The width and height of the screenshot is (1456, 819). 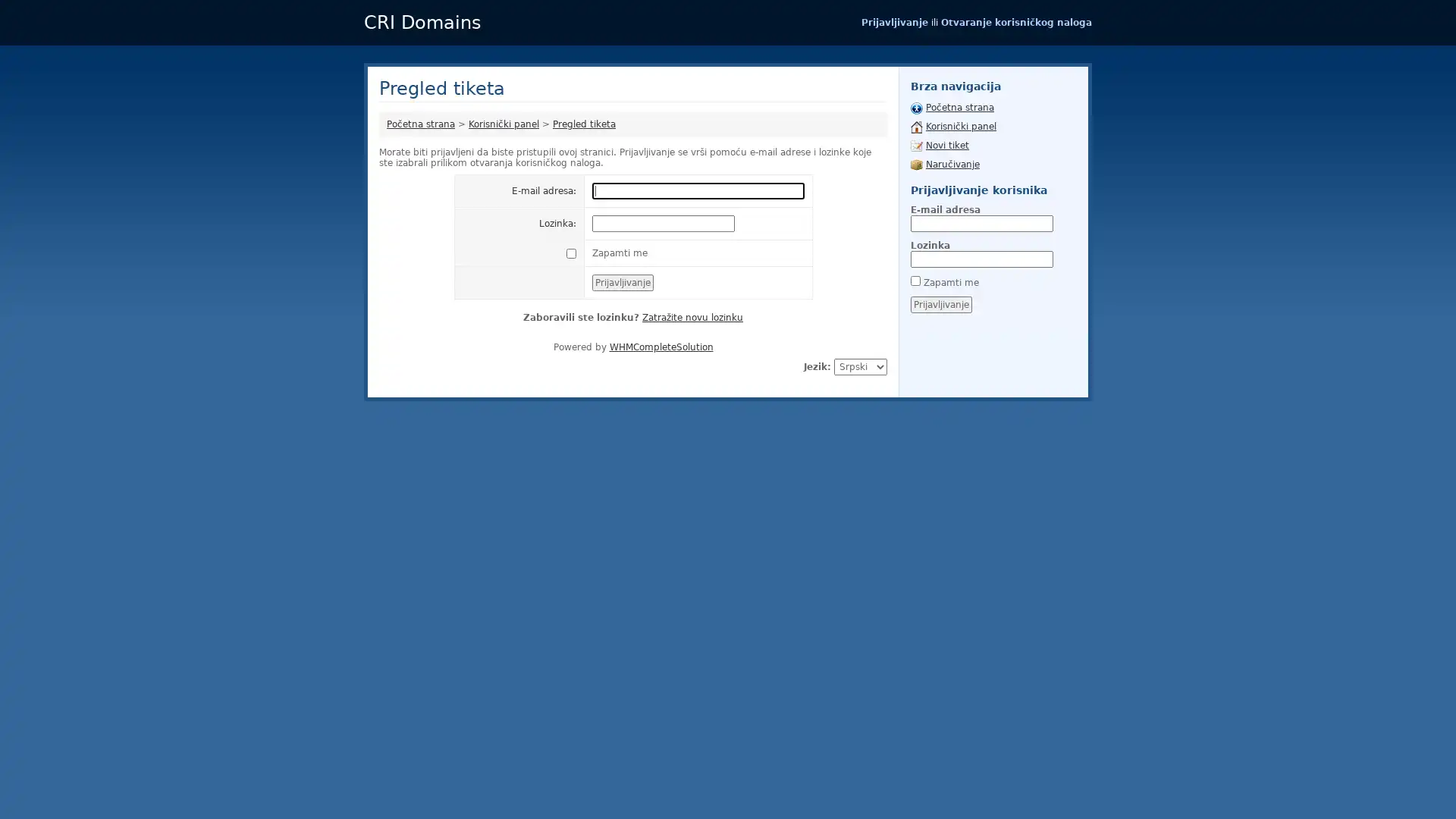 I want to click on Prijavljivanje, so click(x=622, y=283).